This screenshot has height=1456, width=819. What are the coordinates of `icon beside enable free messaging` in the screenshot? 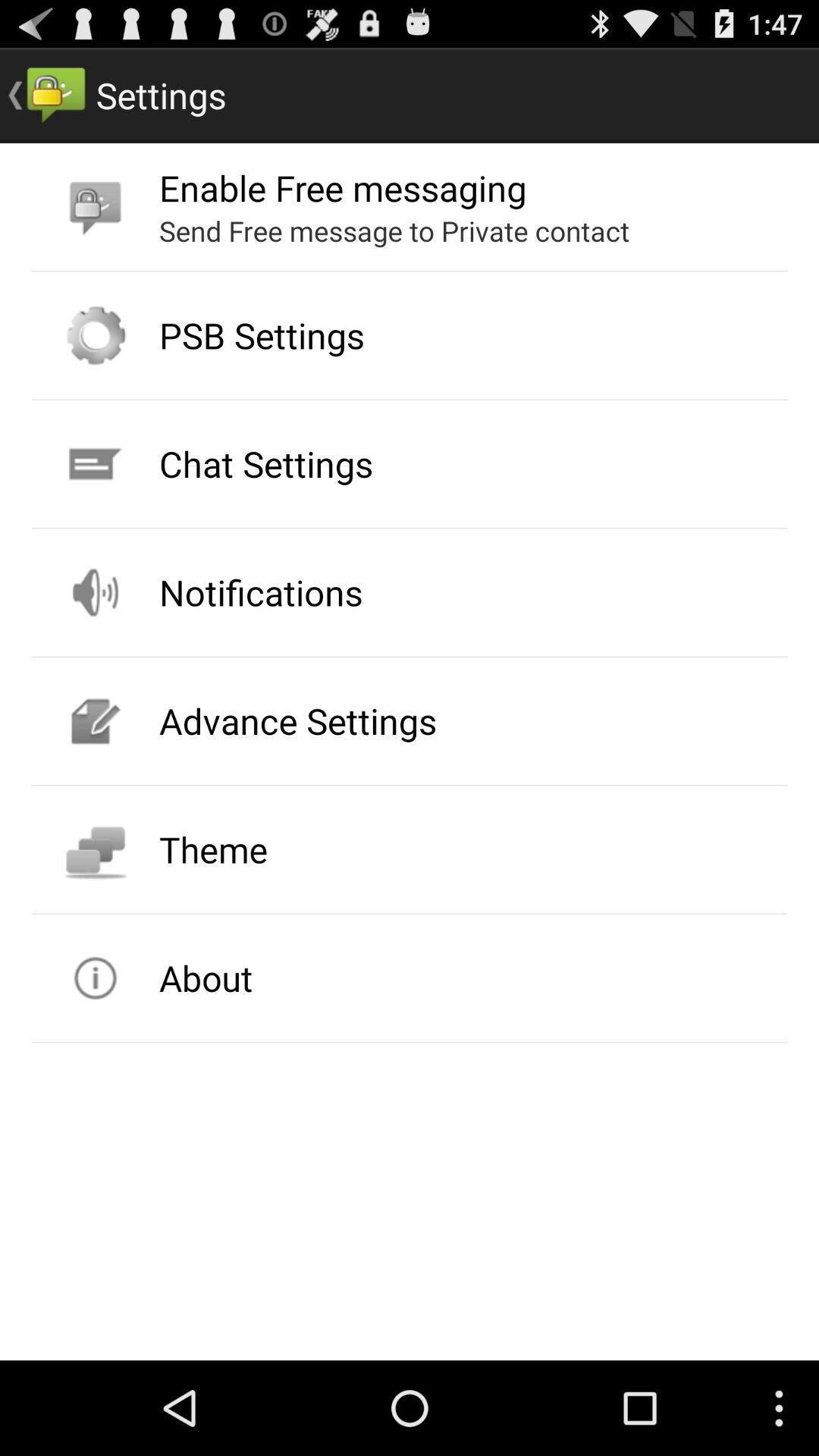 It's located at (96, 206).